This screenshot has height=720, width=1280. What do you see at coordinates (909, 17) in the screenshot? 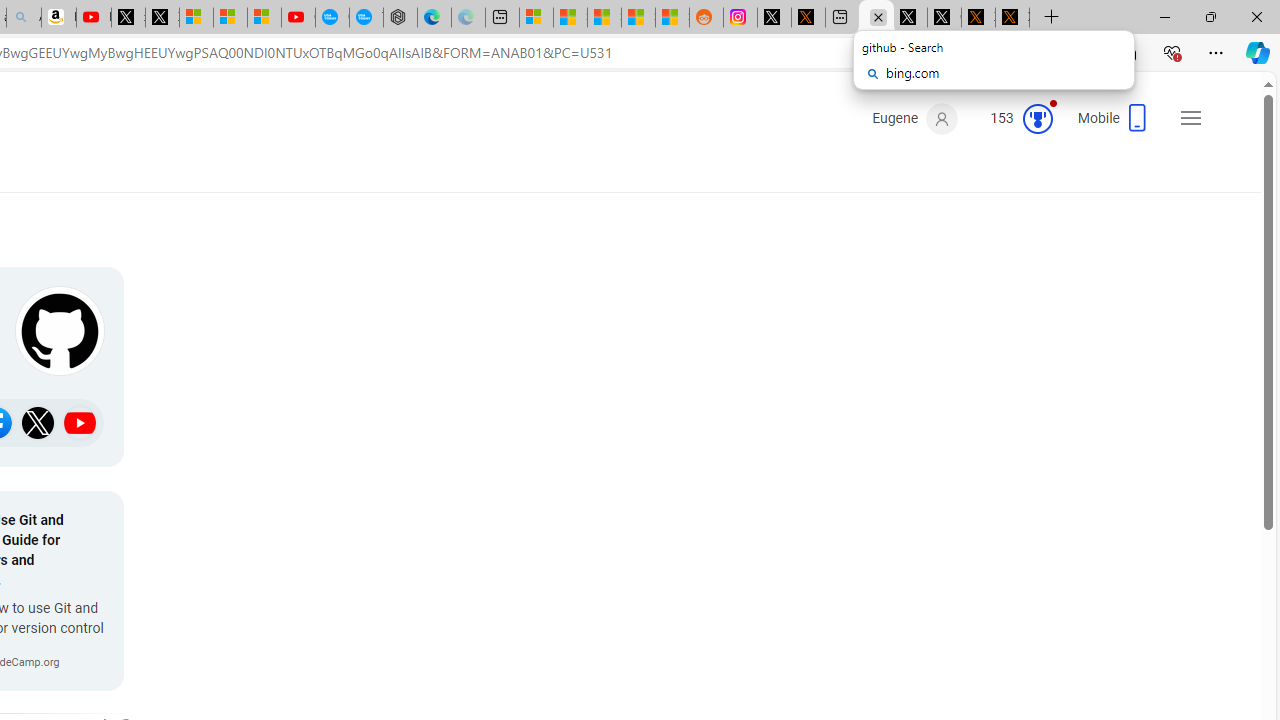
I see `'Profile / X'` at bounding box center [909, 17].